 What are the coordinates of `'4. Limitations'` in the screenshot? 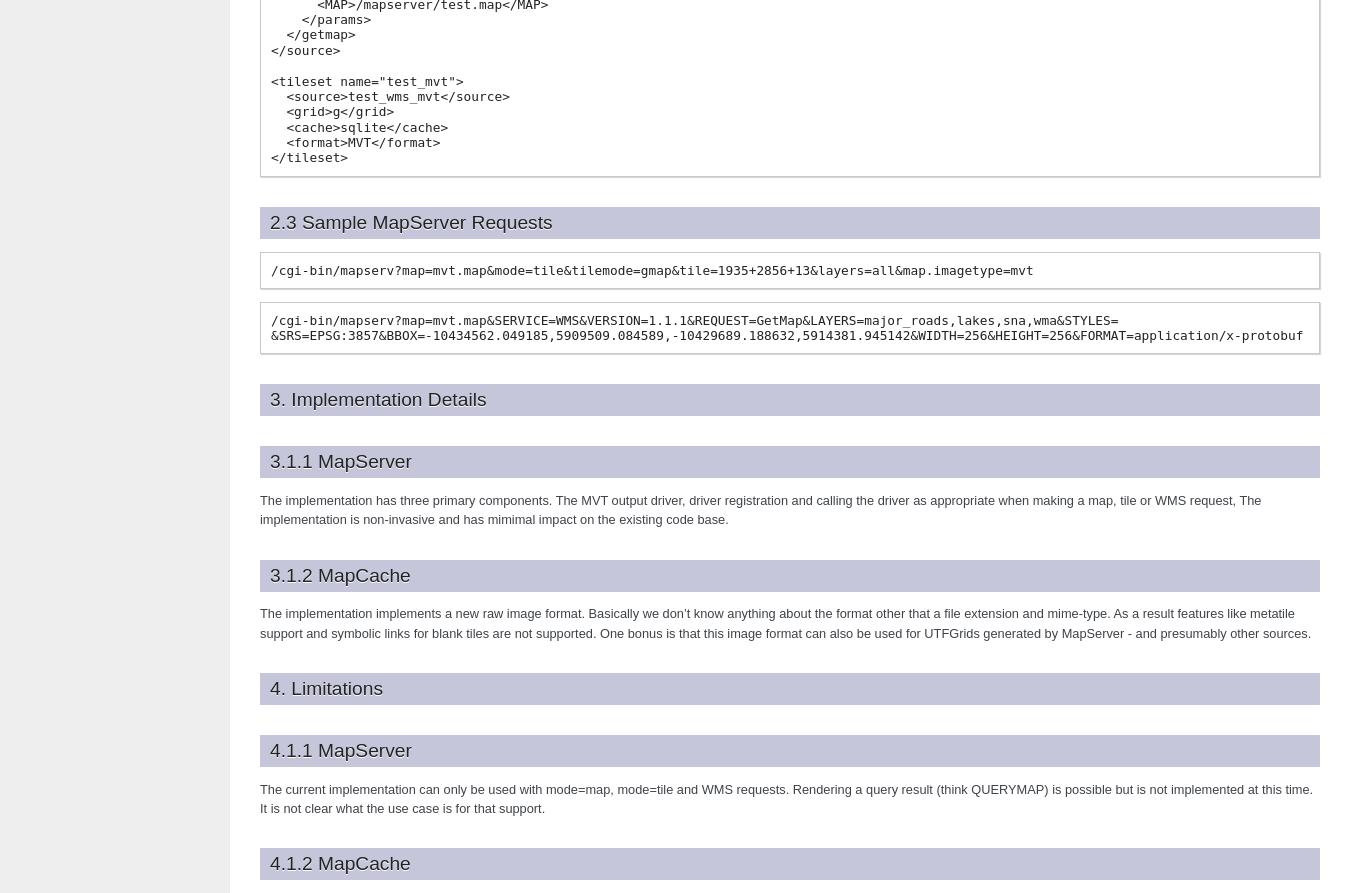 It's located at (325, 687).